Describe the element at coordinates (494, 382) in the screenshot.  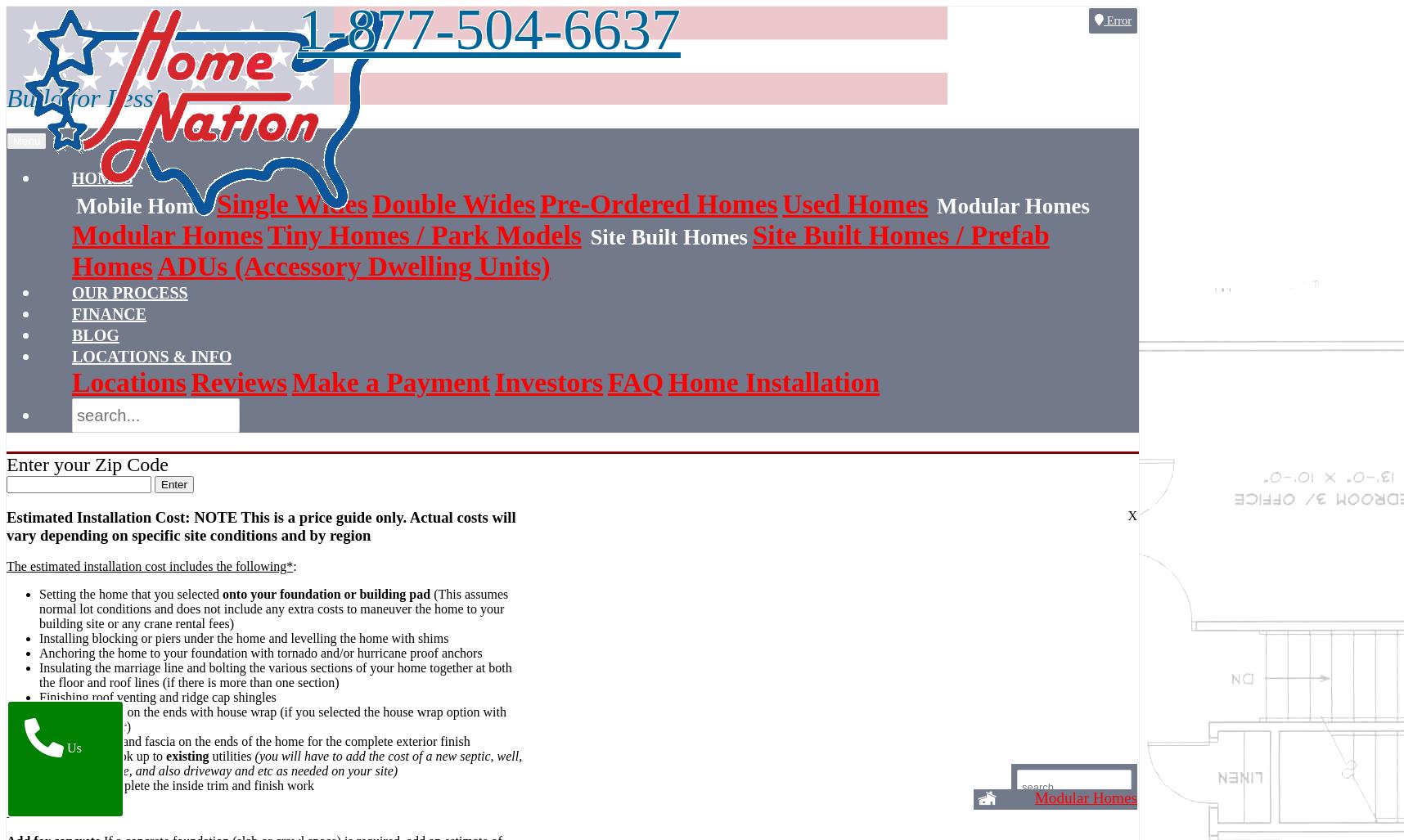
I see `'Investors'` at that location.